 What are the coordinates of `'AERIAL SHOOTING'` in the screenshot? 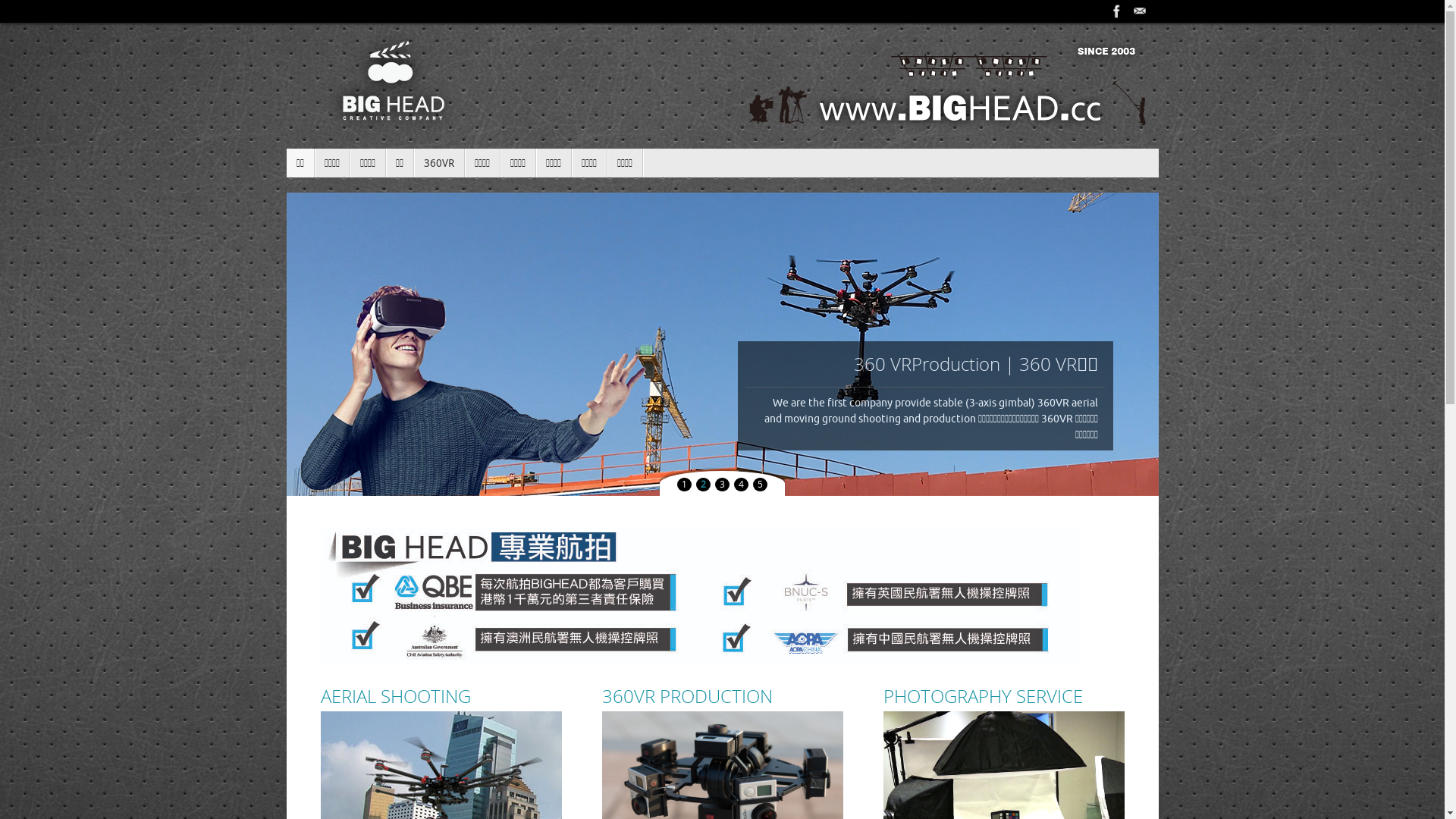 It's located at (439, 696).